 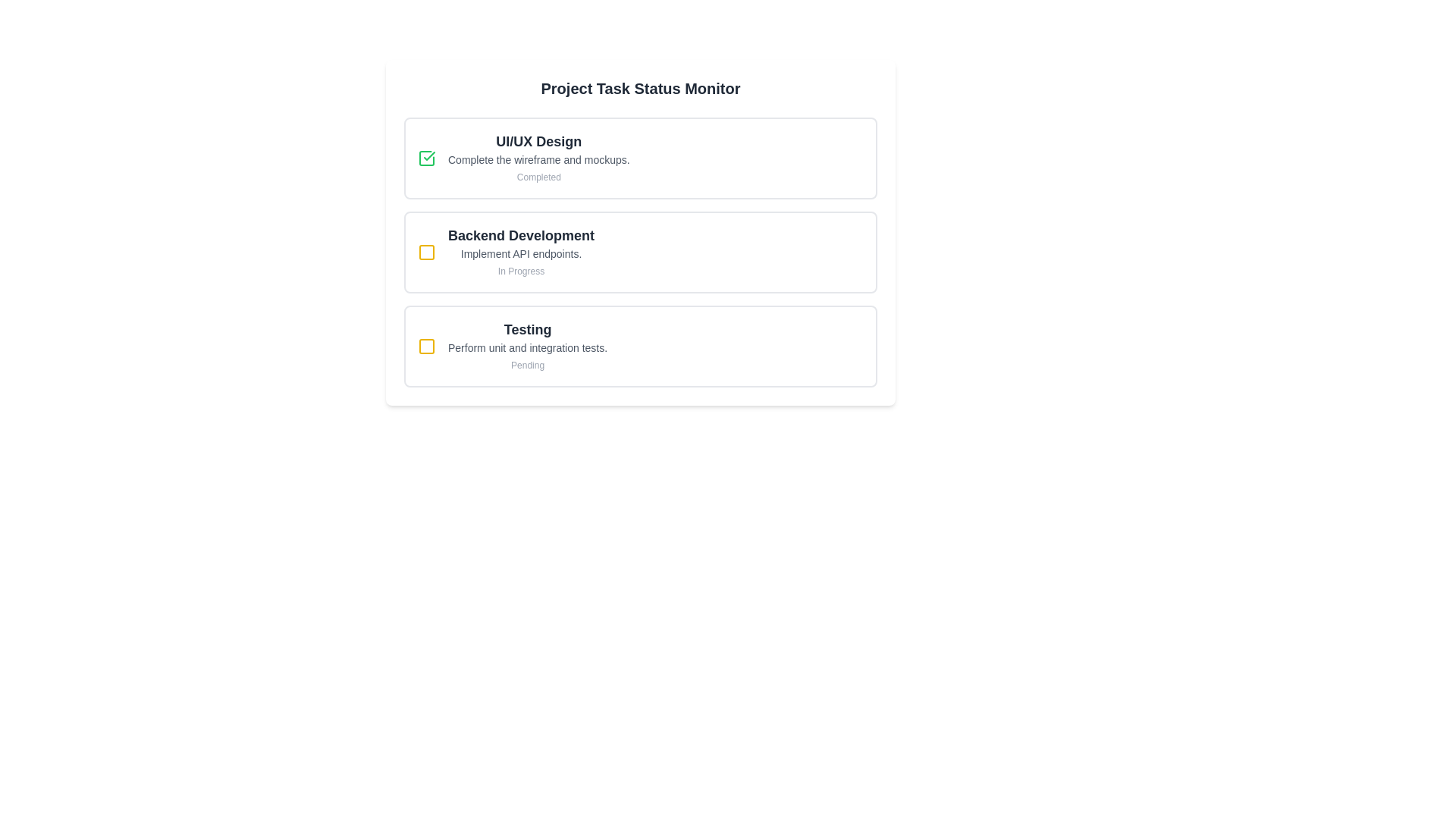 I want to click on the Informational card displaying task details, which is the second card in a vertical stack of three cards in the project management interface, so click(x=521, y=251).